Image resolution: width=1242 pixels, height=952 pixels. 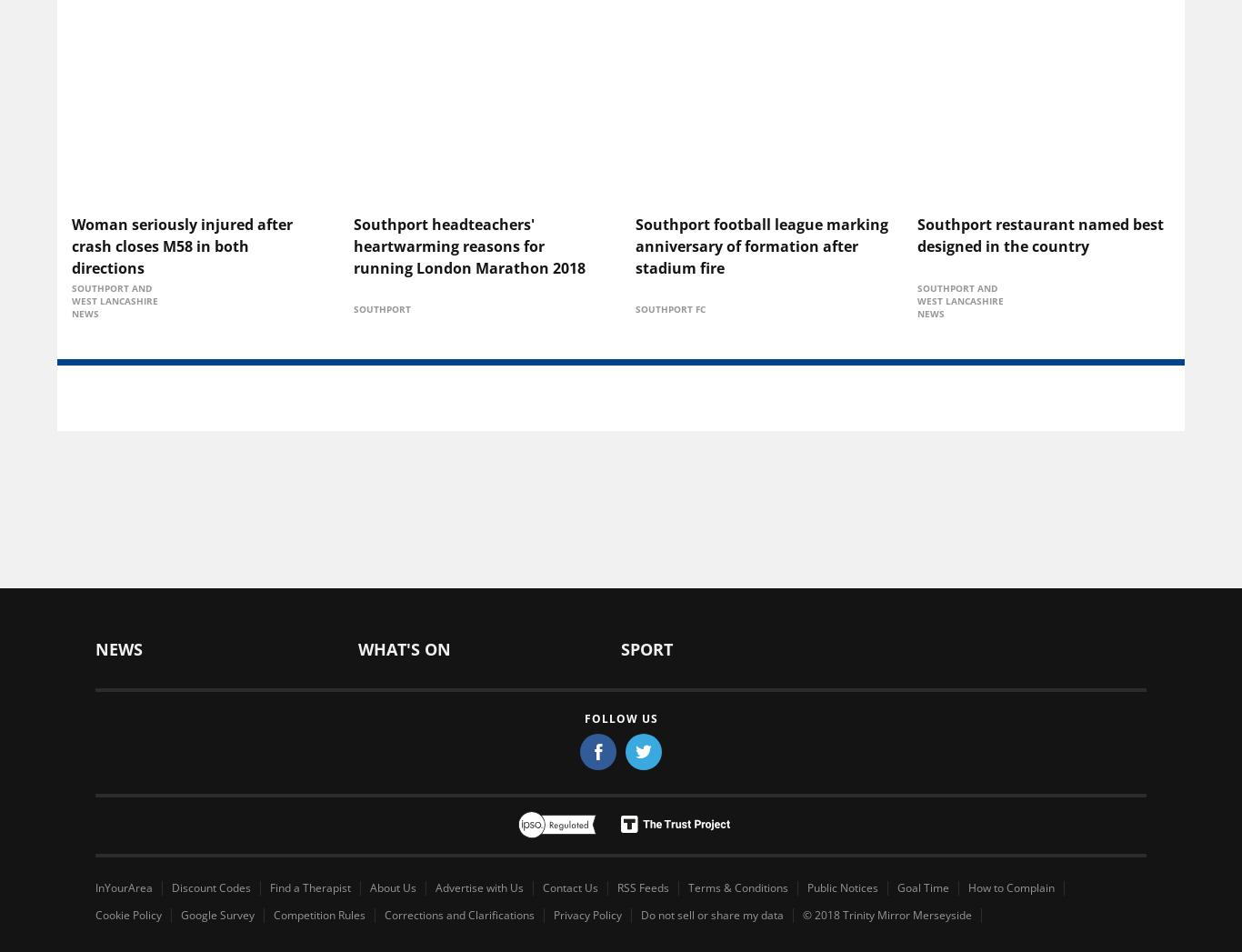 I want to click on 'Google Survey', so click(x=217, y=914).